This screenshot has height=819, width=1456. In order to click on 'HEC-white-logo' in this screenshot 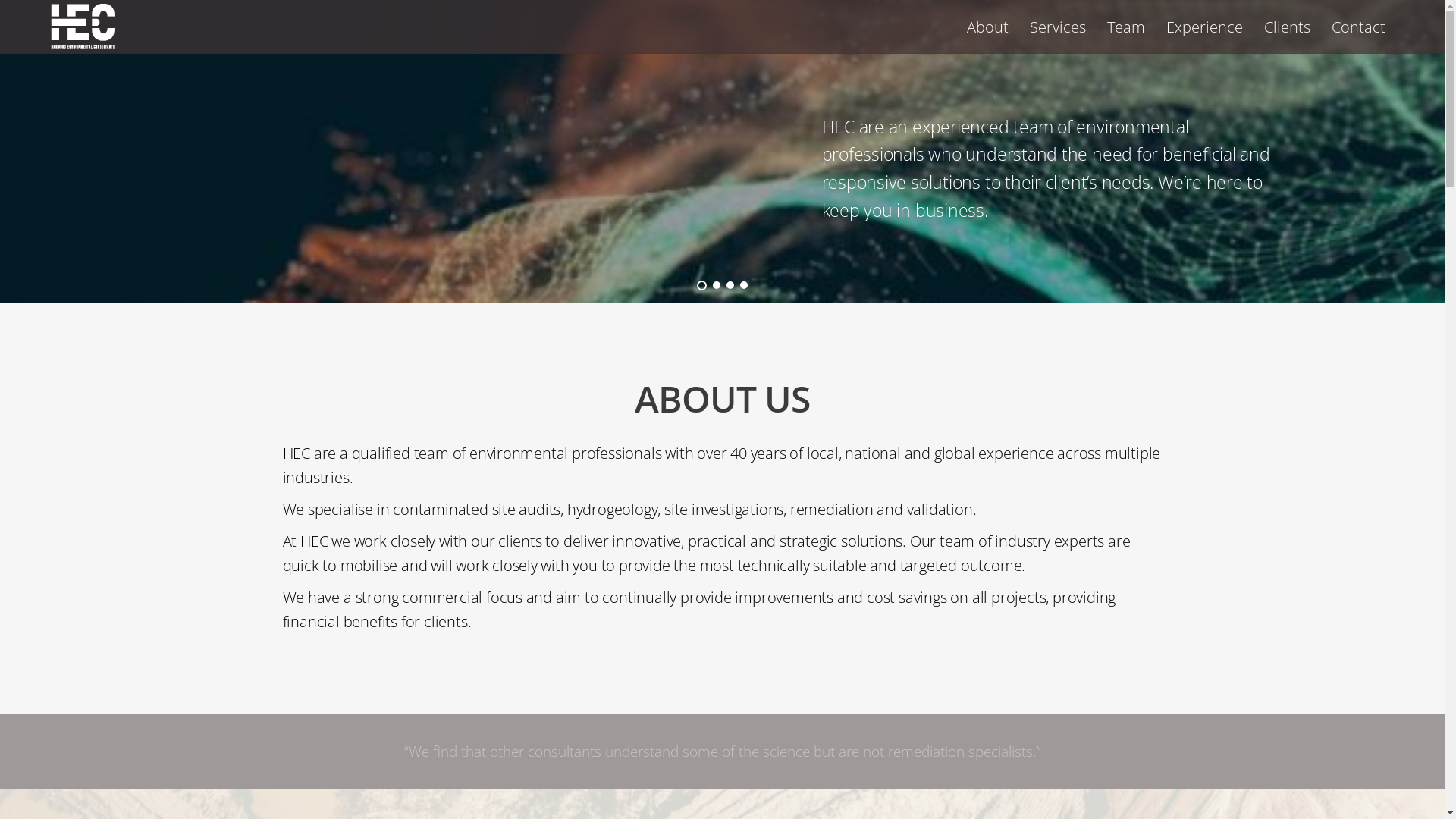, I will do `click(82, 26)`.